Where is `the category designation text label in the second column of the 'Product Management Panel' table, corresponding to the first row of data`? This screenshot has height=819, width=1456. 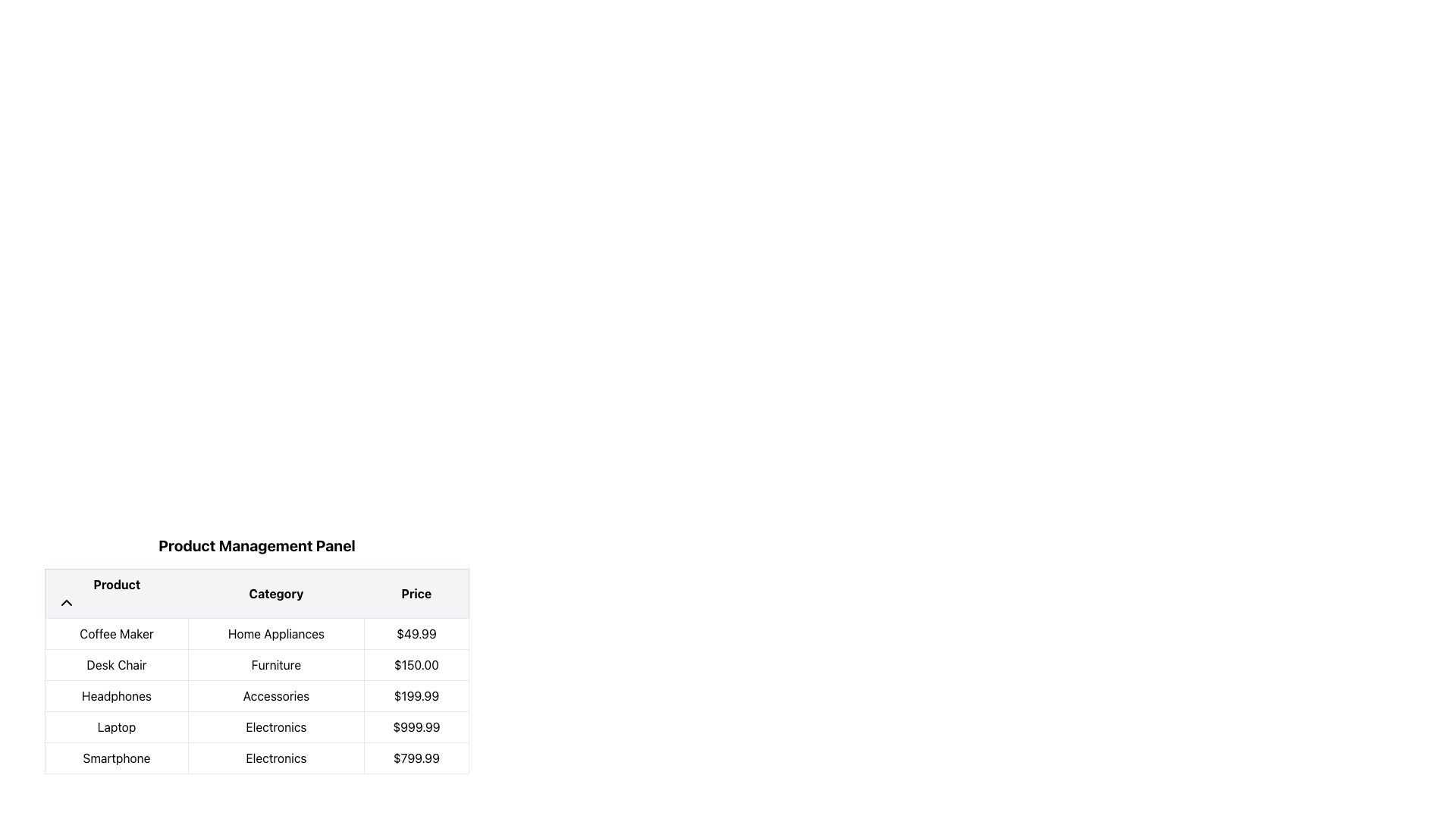
the category designation text label in the second column of the 'Product Management Panel' table, corresponding to the first row of data is located at coordinates (276, 634).